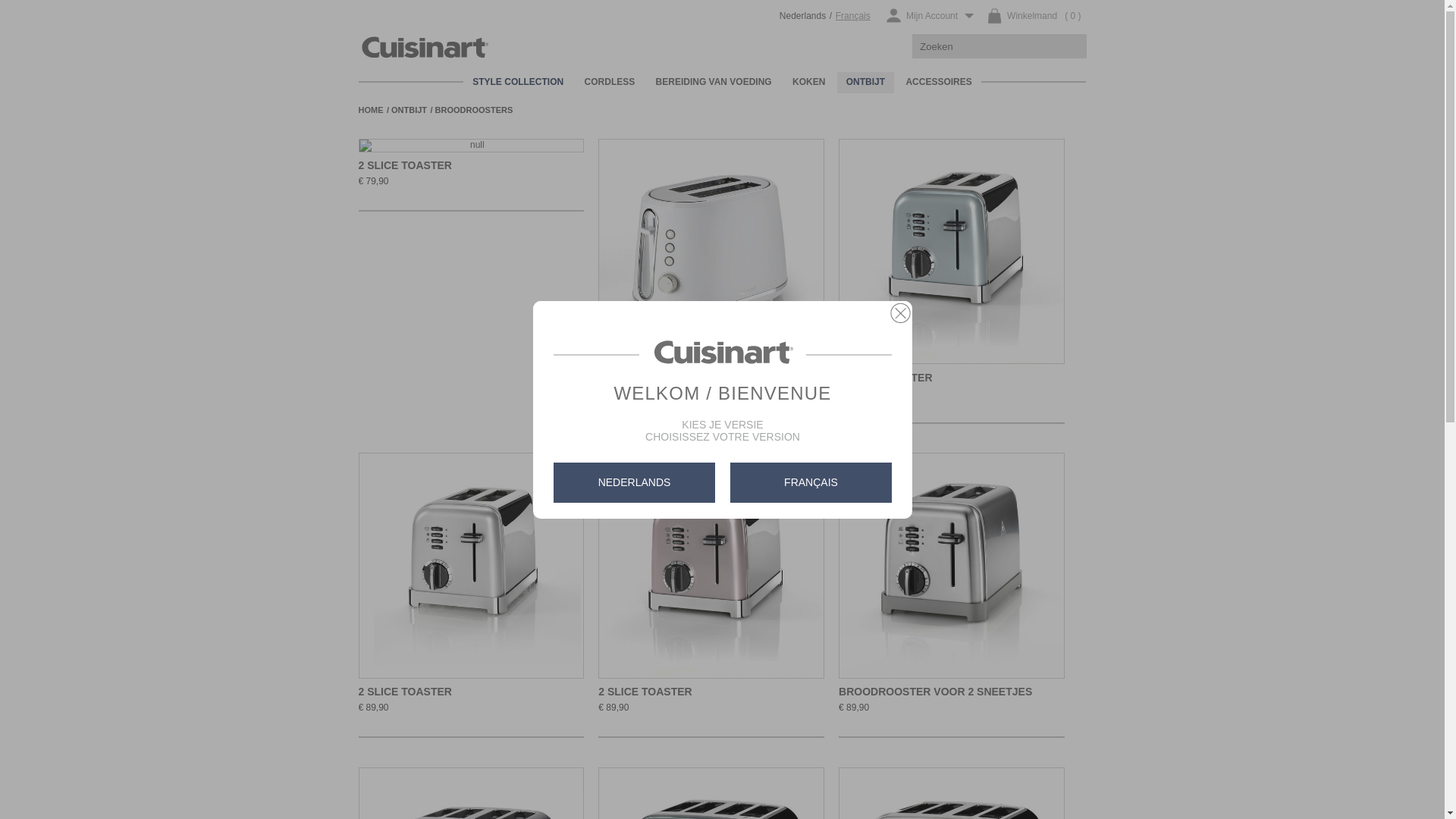  Describe the element at coordinates (412, 109) in the screenshot. I see `'ONTBIJT'` at that location.